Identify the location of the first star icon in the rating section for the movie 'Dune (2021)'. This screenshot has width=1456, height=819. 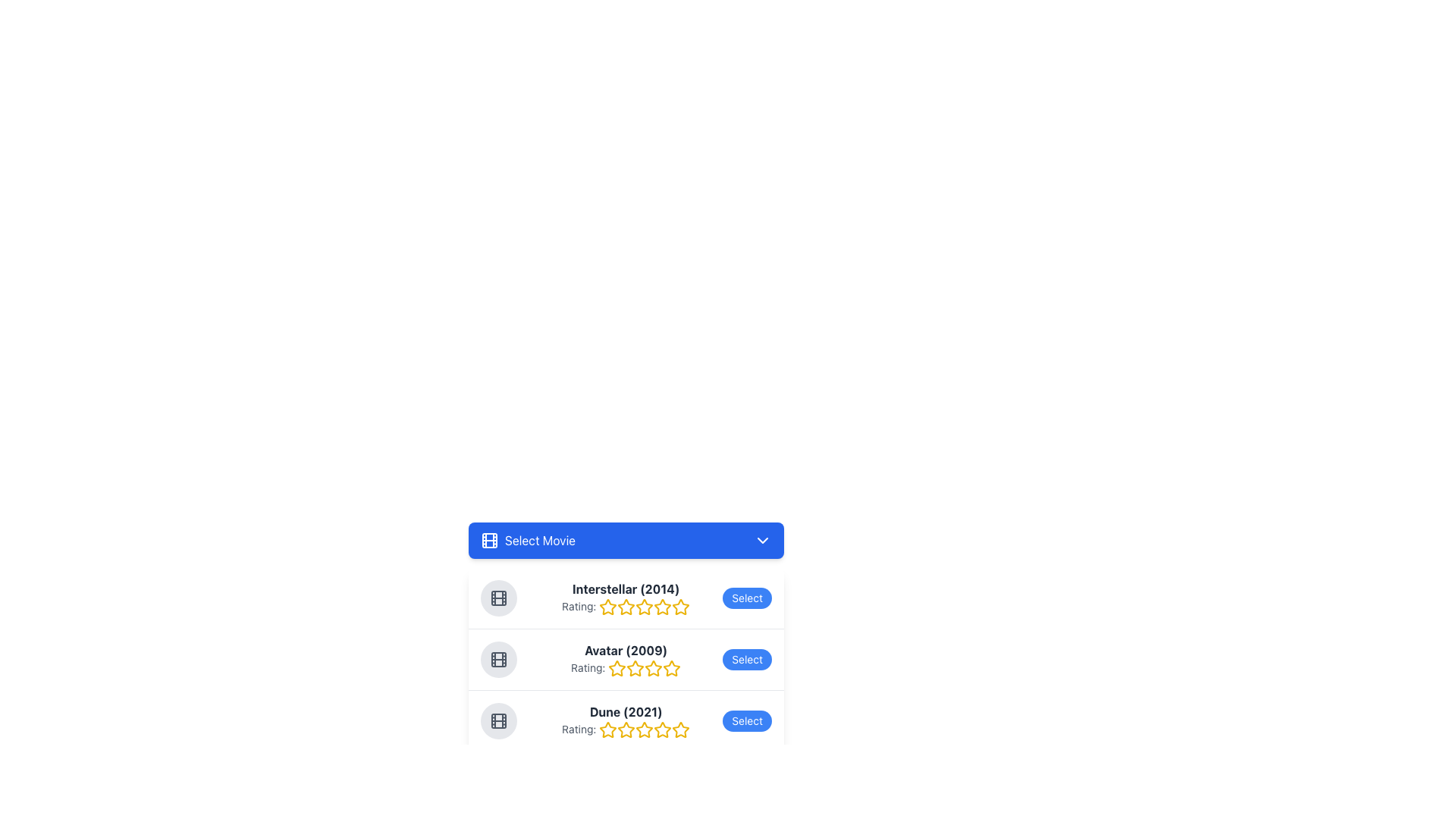
(607, 728).